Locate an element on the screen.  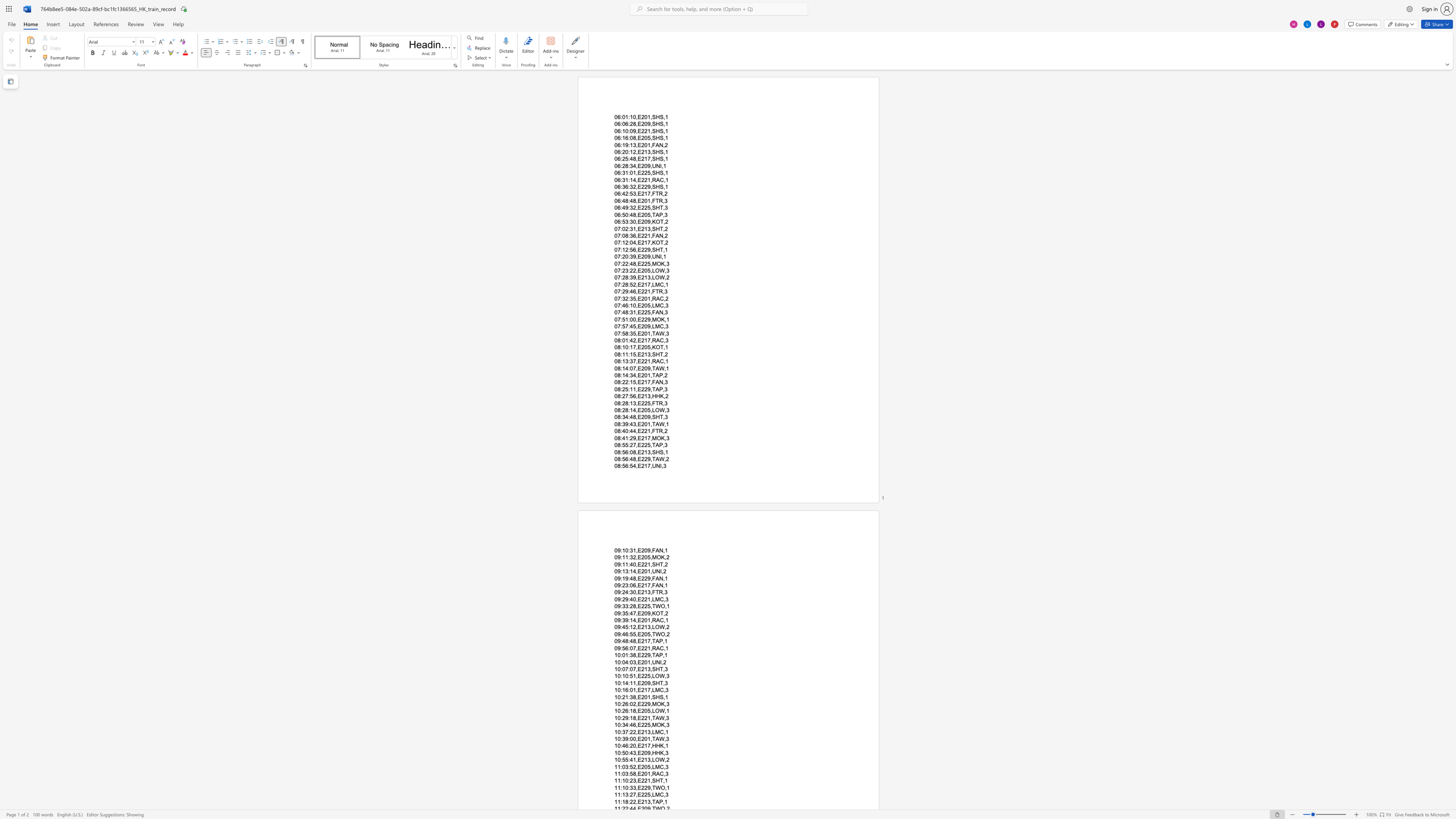
the subset text "1,FT" within the text "07:29:46,E221,FTR,3" is located at coordinates (647, 291).